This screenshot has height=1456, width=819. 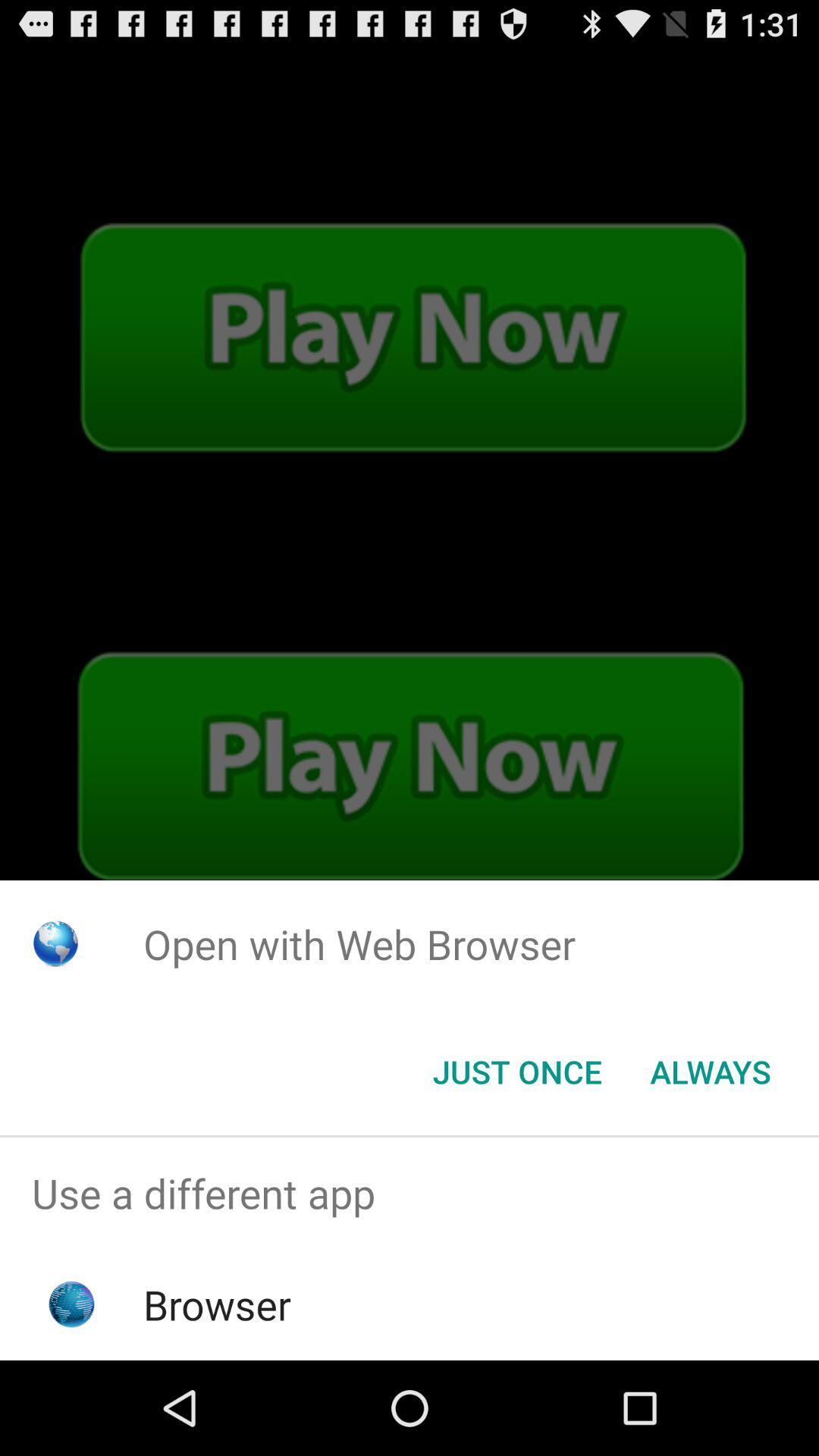 What do you see at coordinates (516, 1070) in the screenshot?
I see `the just once button` at bounding box center [516, 1070].